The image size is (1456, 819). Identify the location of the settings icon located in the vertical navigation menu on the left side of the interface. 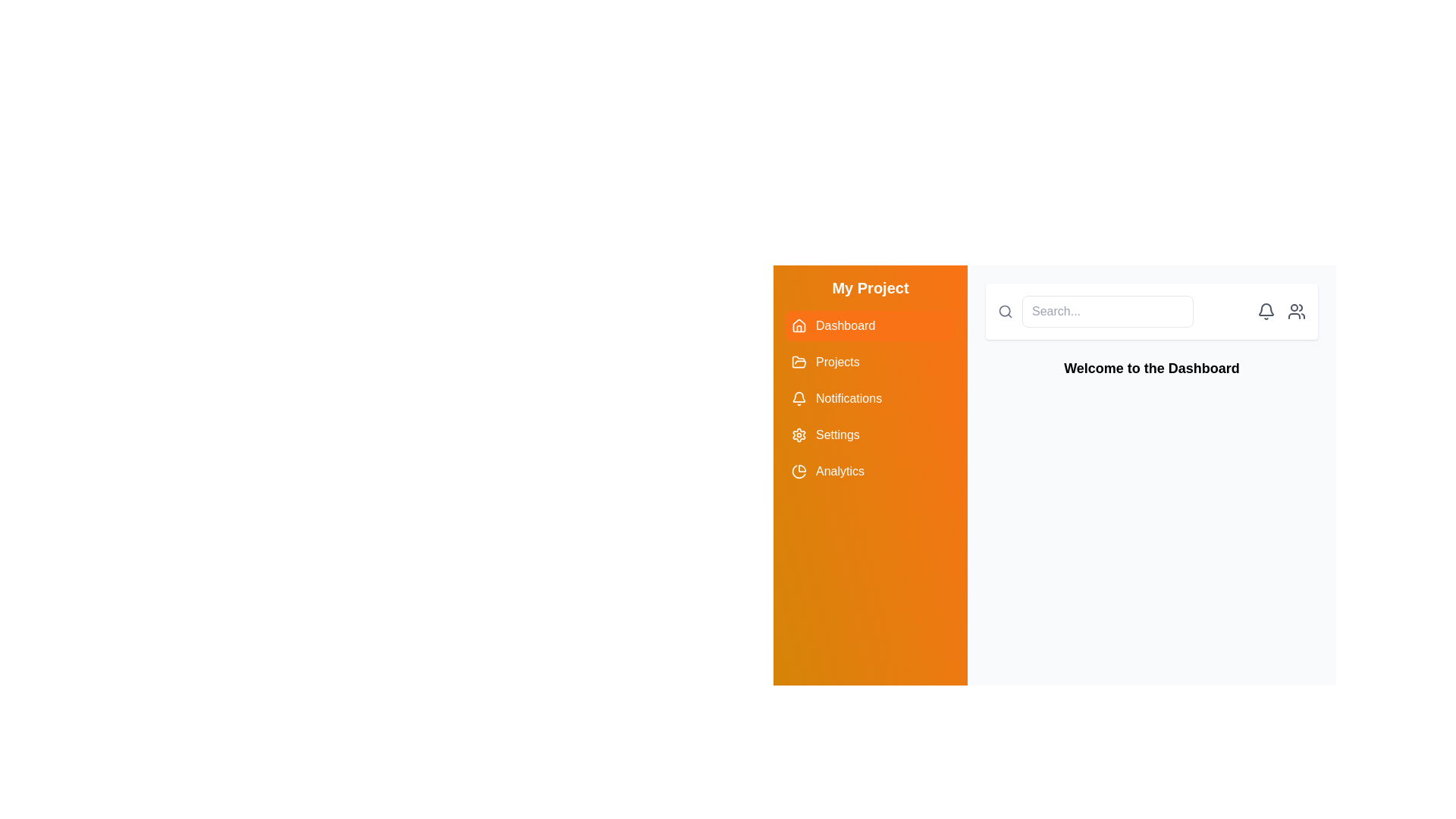
(799, 435).